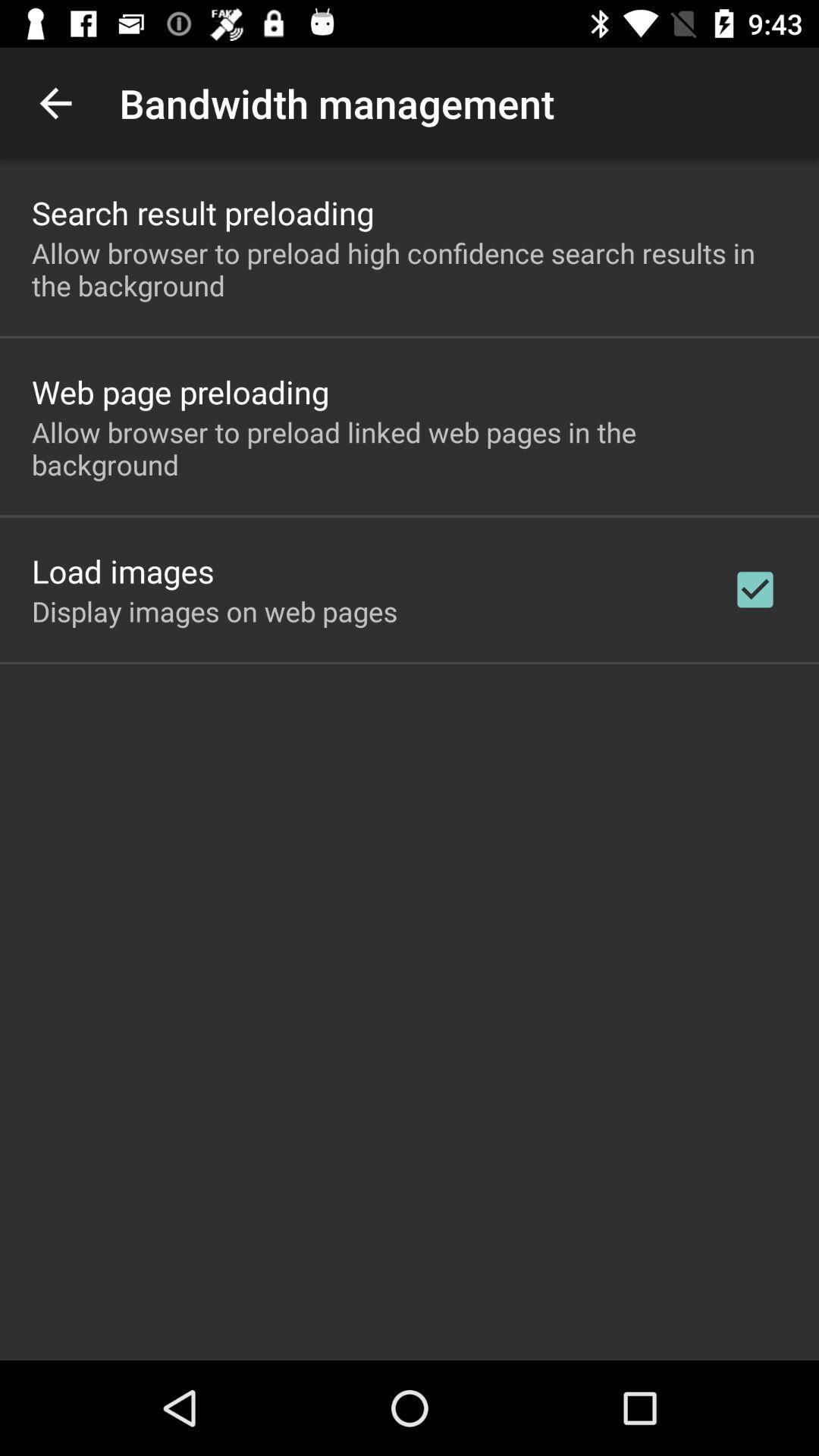 Image resolution: width=819 pixels, height=1456 pixels. Describe the element at coordinates (180, 391) in the screenshot. I see `the web page preloading` at that location.